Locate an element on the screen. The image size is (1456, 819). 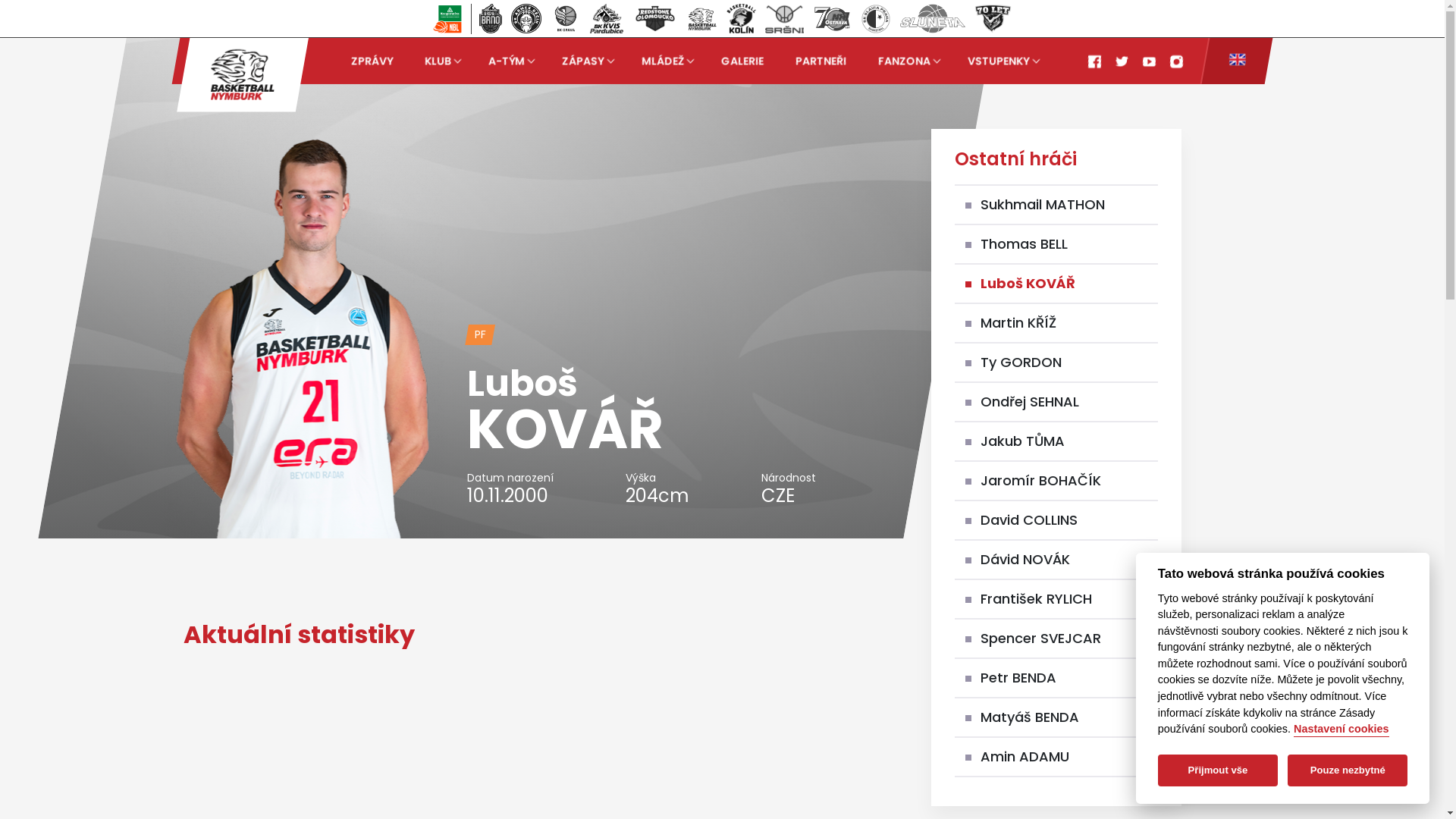
'VSTUPENKY' is located at coordinates (1001, 60).